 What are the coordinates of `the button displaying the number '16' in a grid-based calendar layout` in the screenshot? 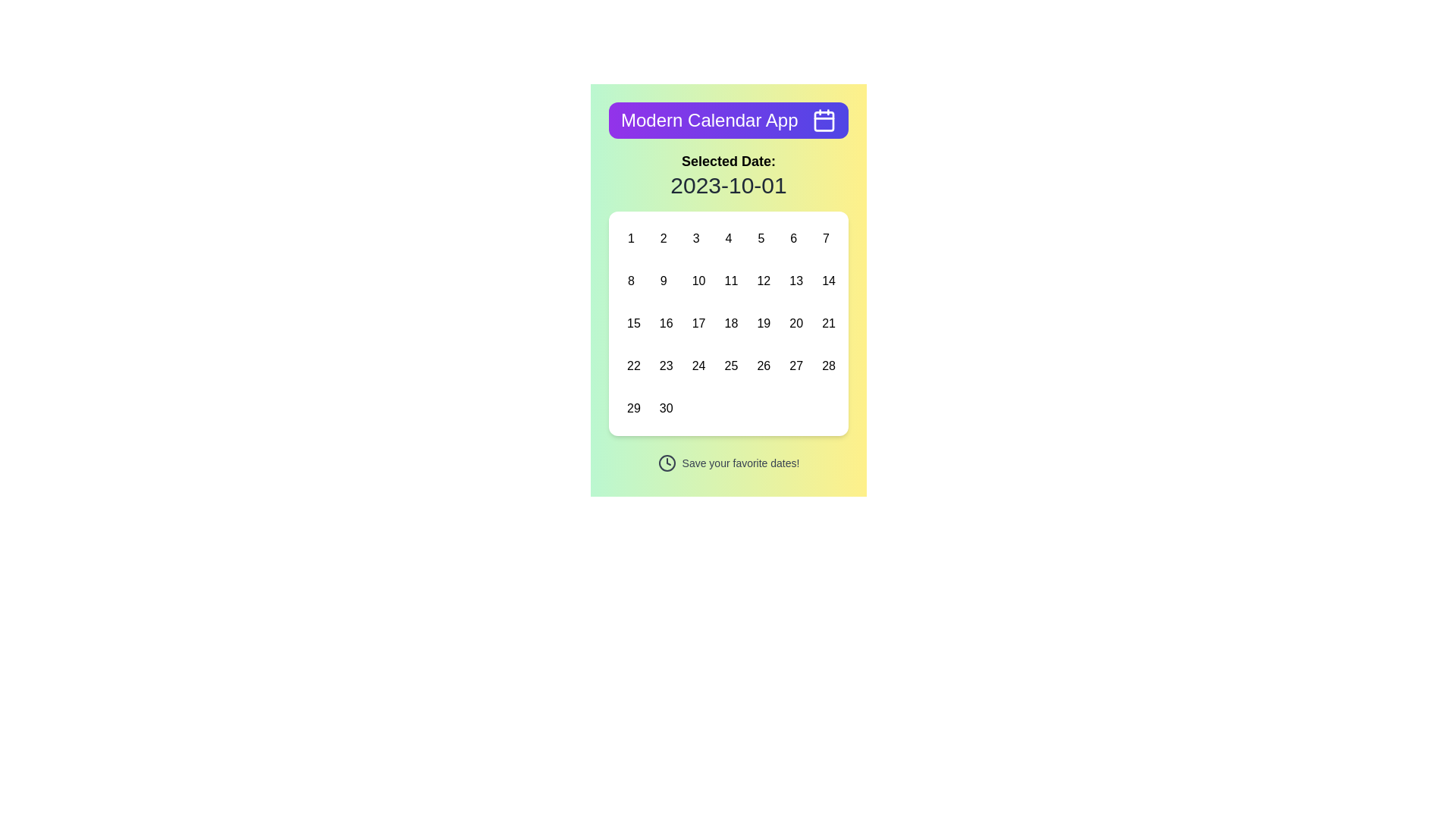 It's located at (664, 323).